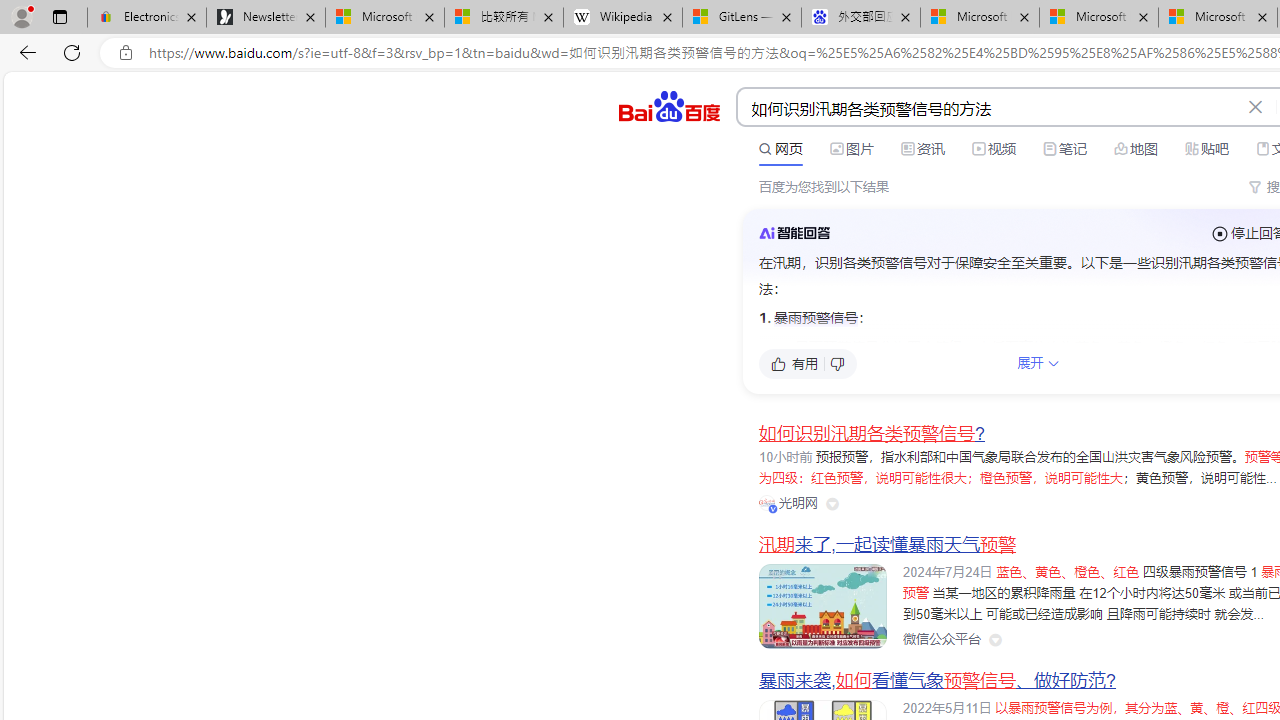 The height and width of the screenshot is (720, 1280). What do you see at coordinates (622, 17) in the screenshot?
I see `'Wikipedia'` at bounding box center [622, 17].